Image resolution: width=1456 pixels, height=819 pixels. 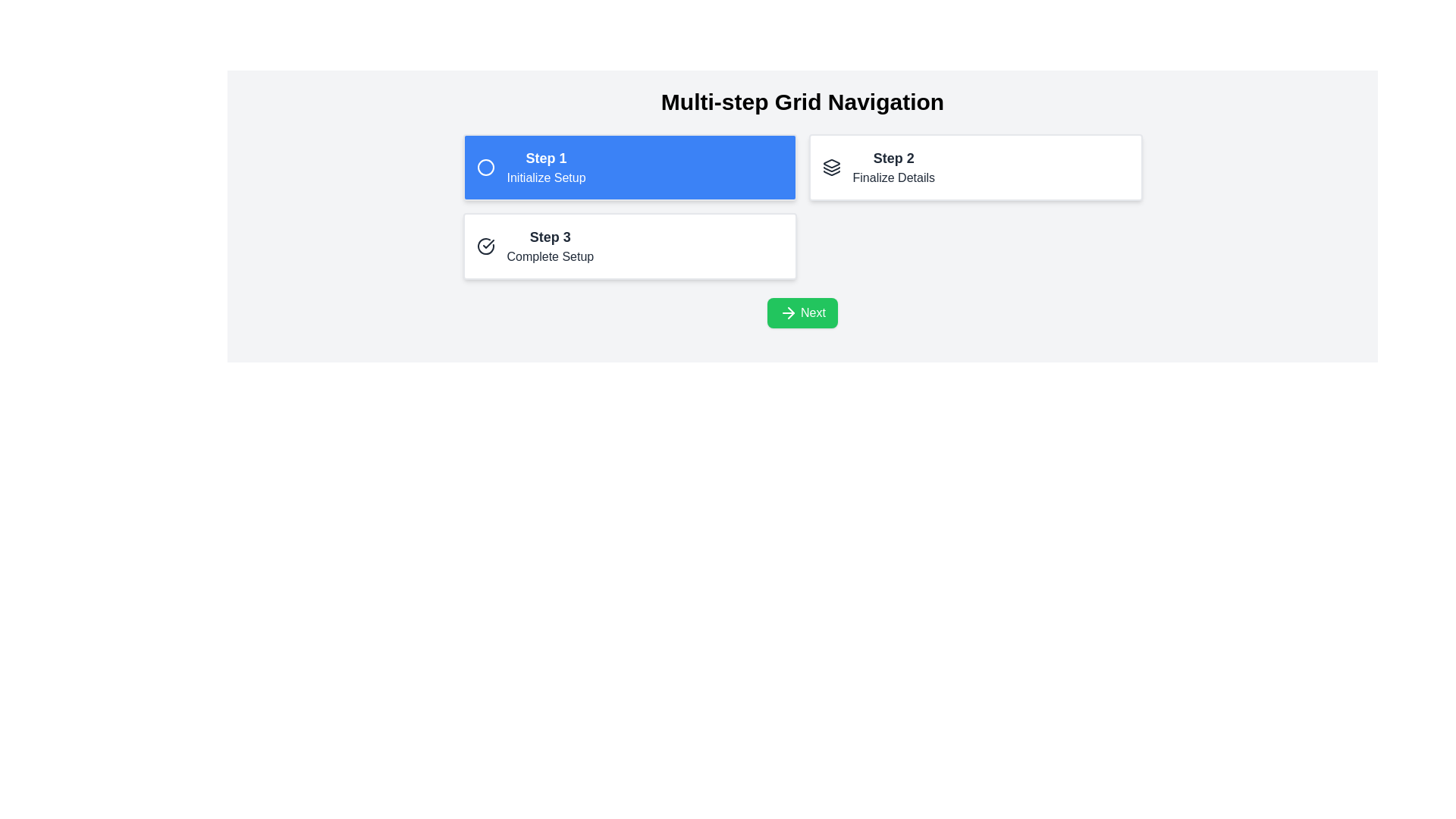 I want to click on the 'Next' button with a green background and white text located at the bottom right of the multi-step navigation interface to visualize hover effects, so click(x=802, y=312).